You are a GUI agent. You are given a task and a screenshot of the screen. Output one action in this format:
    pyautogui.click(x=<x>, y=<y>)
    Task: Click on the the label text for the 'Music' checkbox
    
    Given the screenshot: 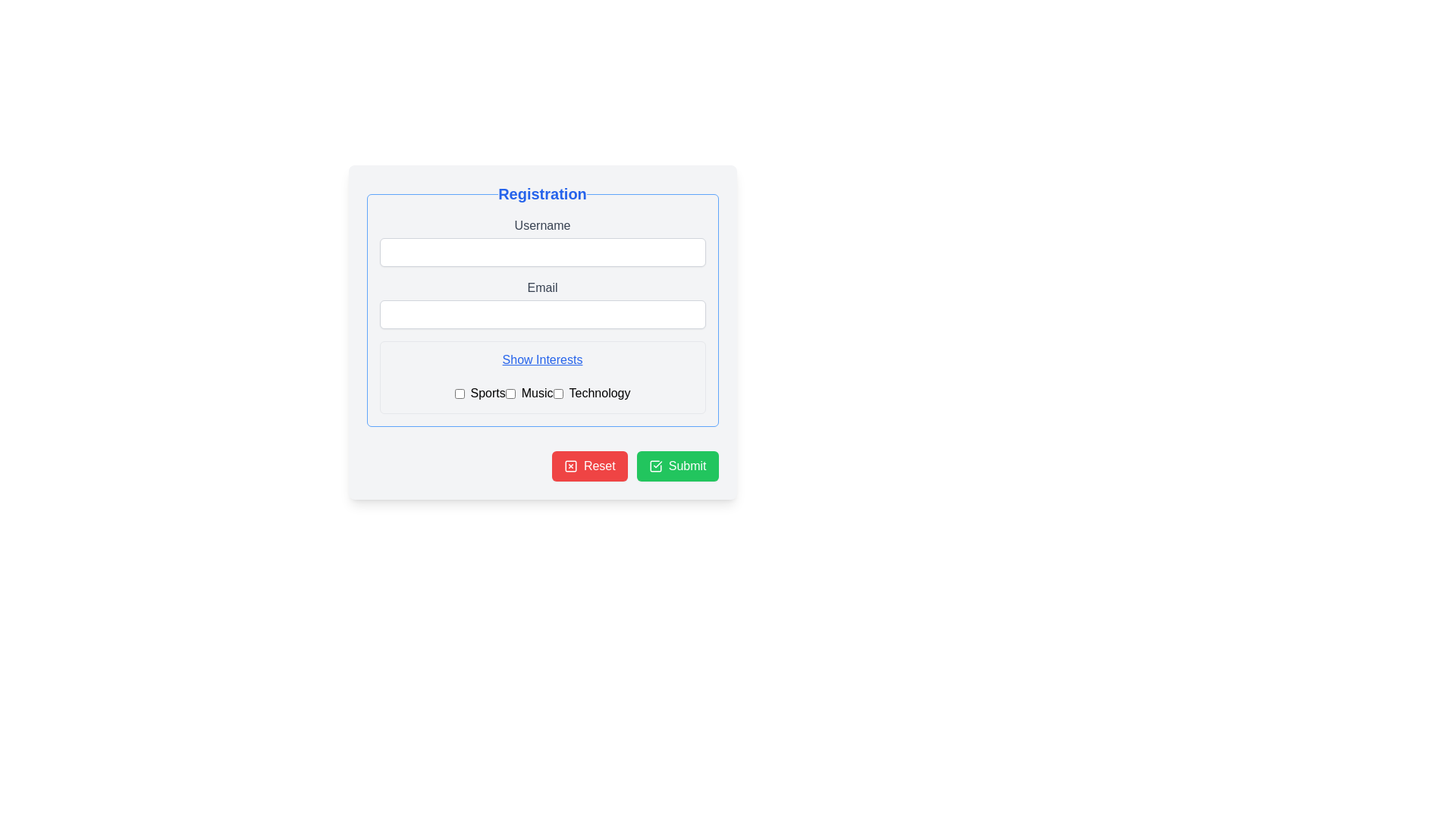 What is the action you would take?
    pyautogui.click(x=529, y=393)
    